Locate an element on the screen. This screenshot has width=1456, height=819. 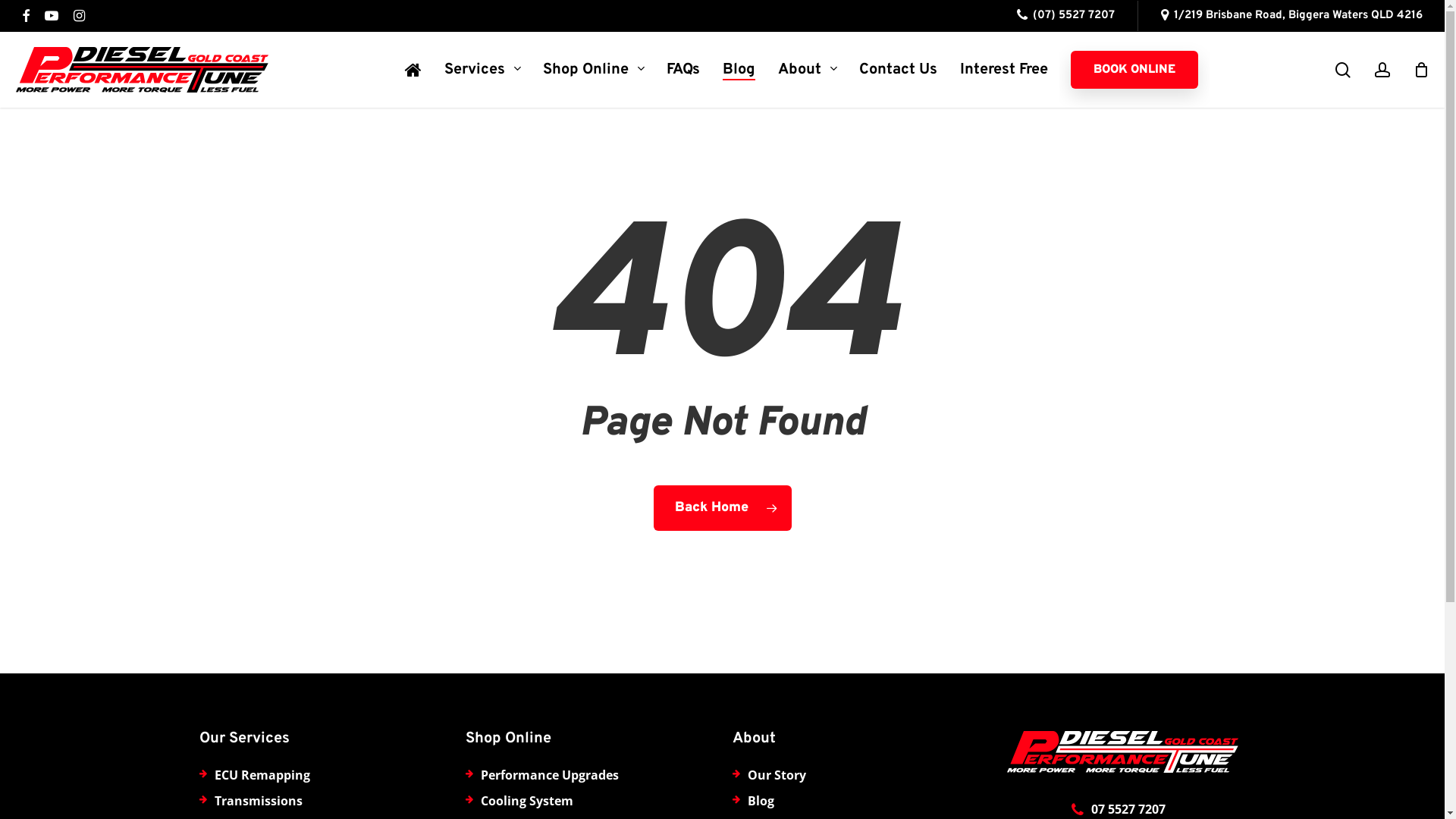
'account' is located at coordinates (1382, 70).